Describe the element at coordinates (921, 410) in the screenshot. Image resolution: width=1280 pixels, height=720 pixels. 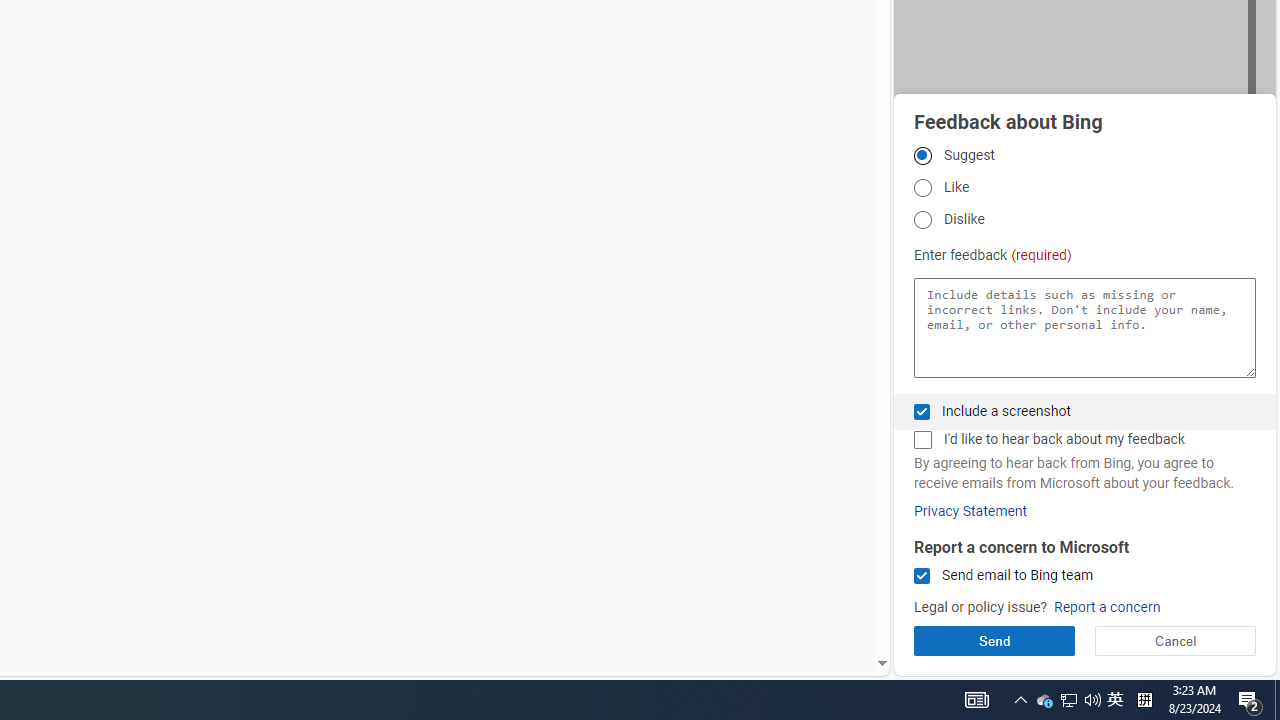
I see `'Include a screenshot'` at that location.